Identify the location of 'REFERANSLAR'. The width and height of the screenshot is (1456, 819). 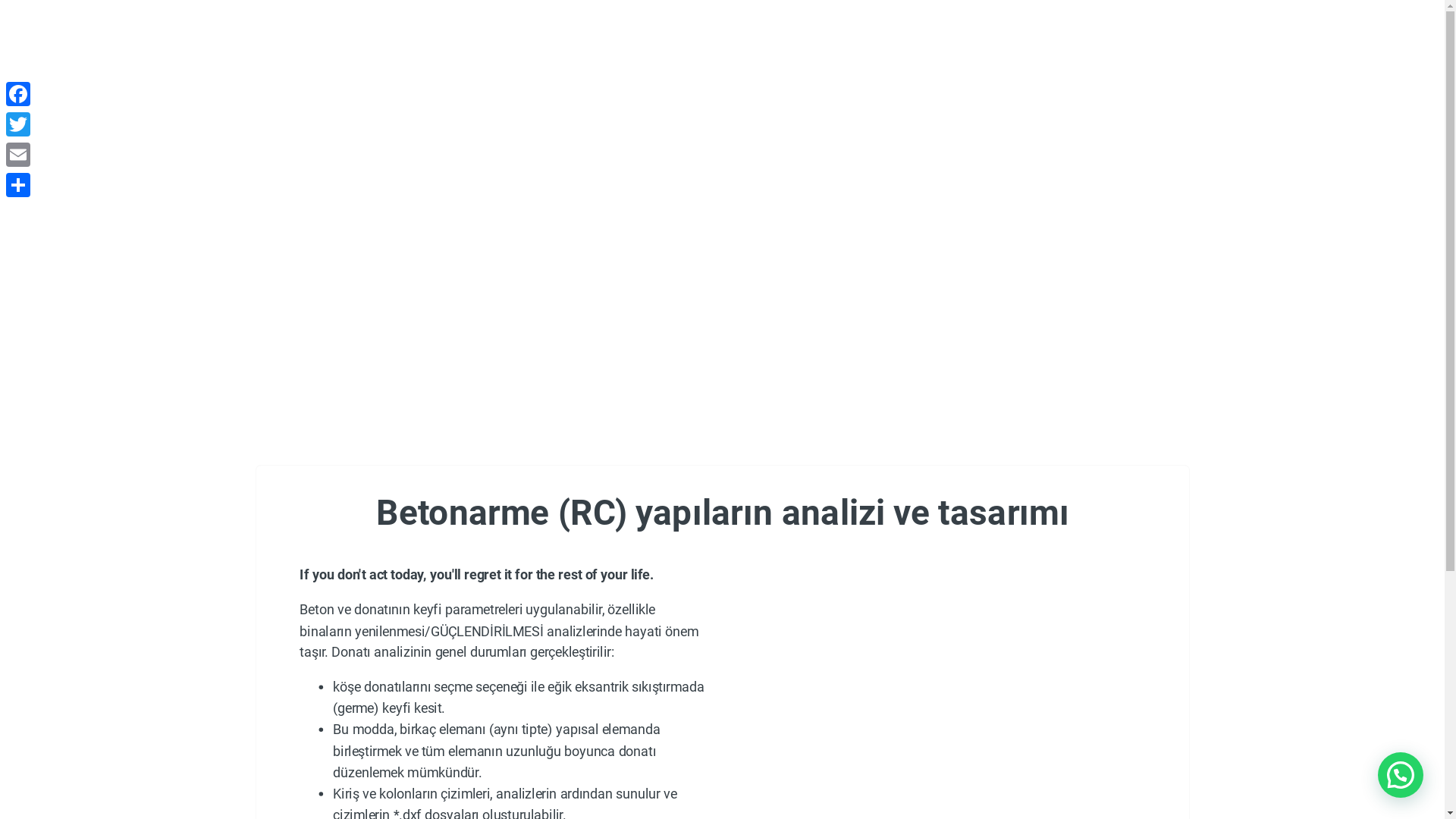
(822, 62).